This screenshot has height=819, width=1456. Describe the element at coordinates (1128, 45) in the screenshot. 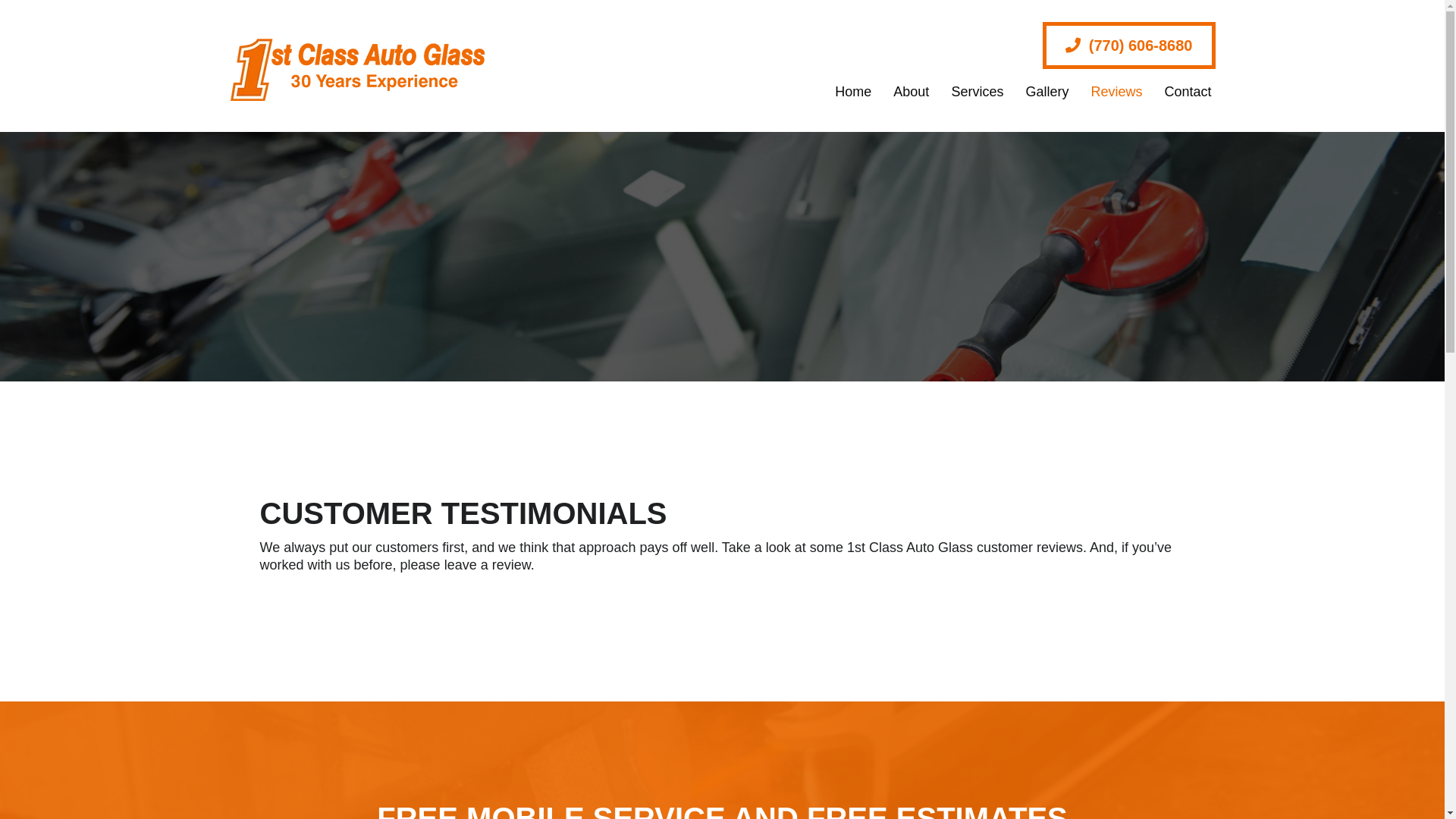

I see `'  (770) 606-8680'` at that location.